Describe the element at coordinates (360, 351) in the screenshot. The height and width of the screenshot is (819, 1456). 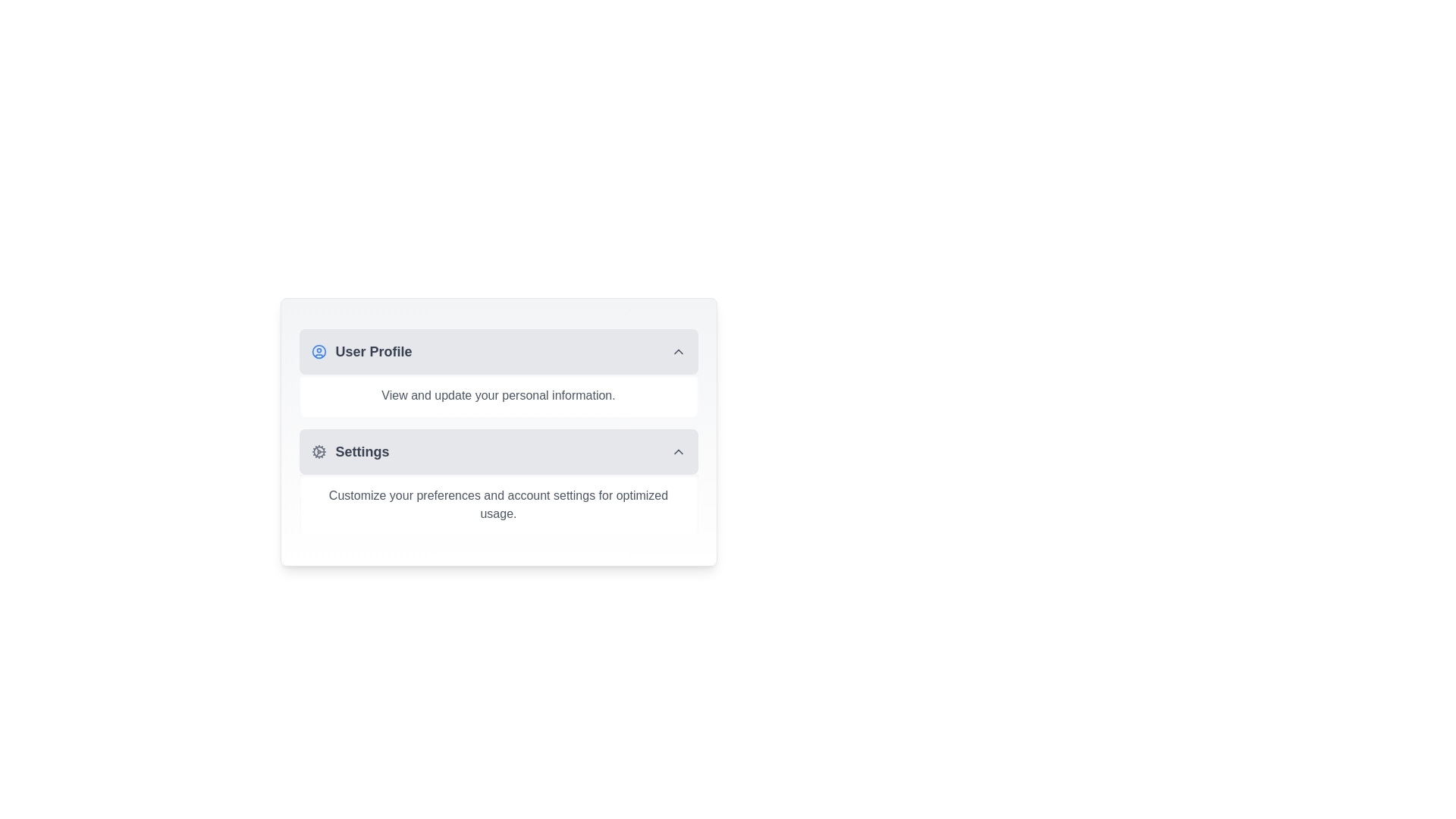
I see `the 'User Profile' text element, which is bold dark grey and located in the upper section of the settings menu, next to a blue user profile icon` at that location.